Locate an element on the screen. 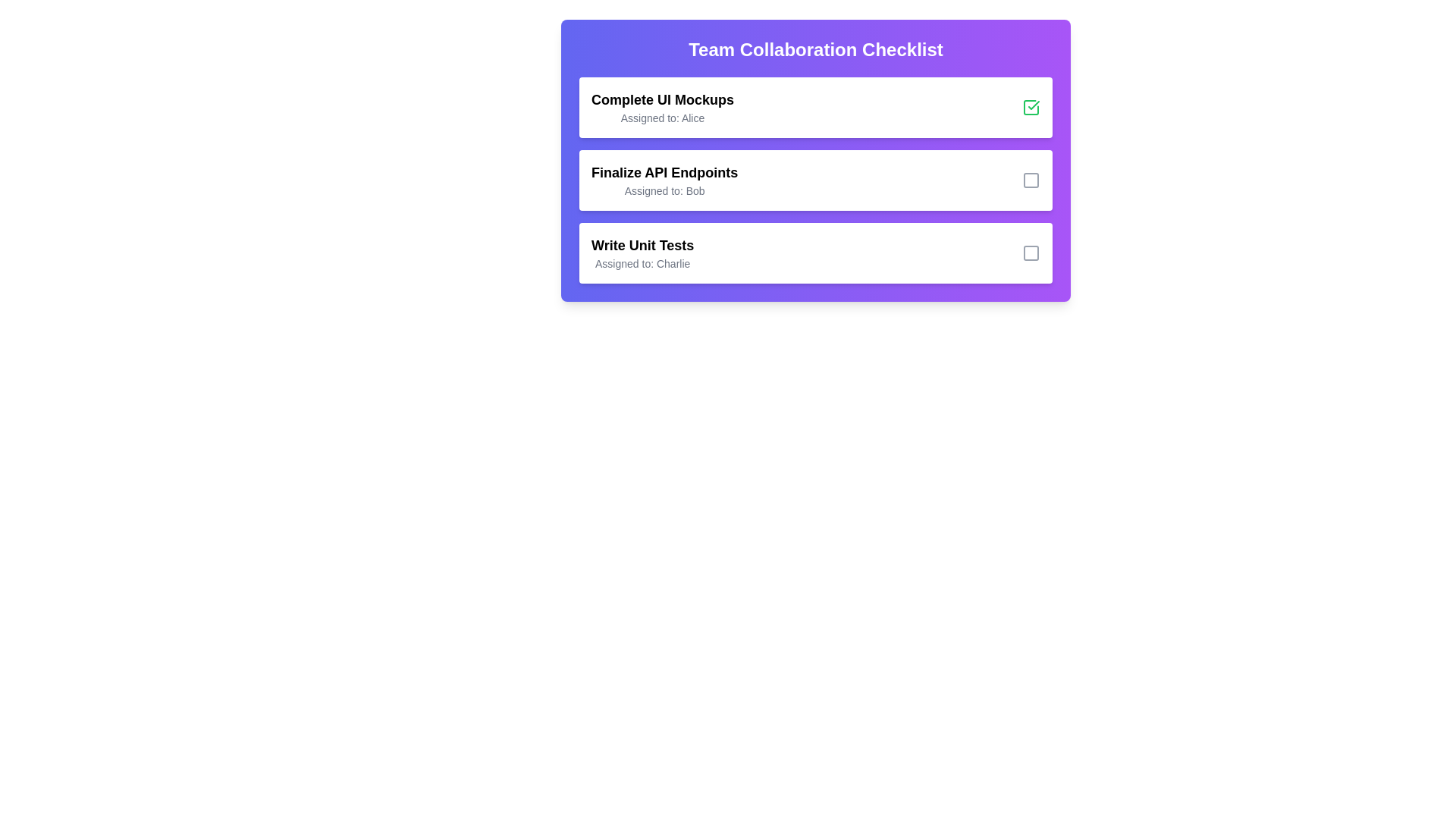  the checkbox or button representing 'Write Unit Tests' is located at coordinates (1031, 253).